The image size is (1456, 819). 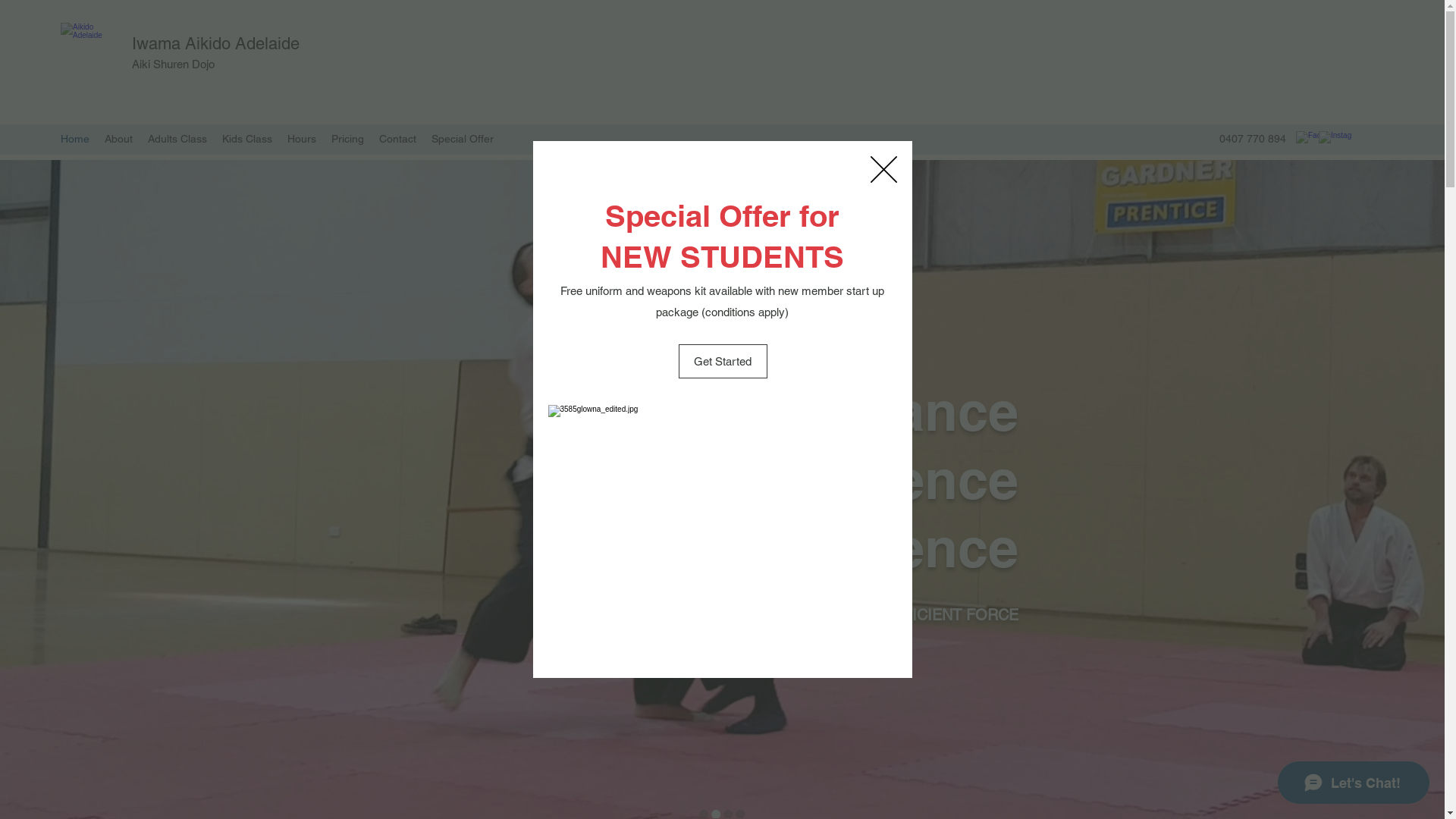 I want to click on 'Pricing', so click(x=347, y=138).